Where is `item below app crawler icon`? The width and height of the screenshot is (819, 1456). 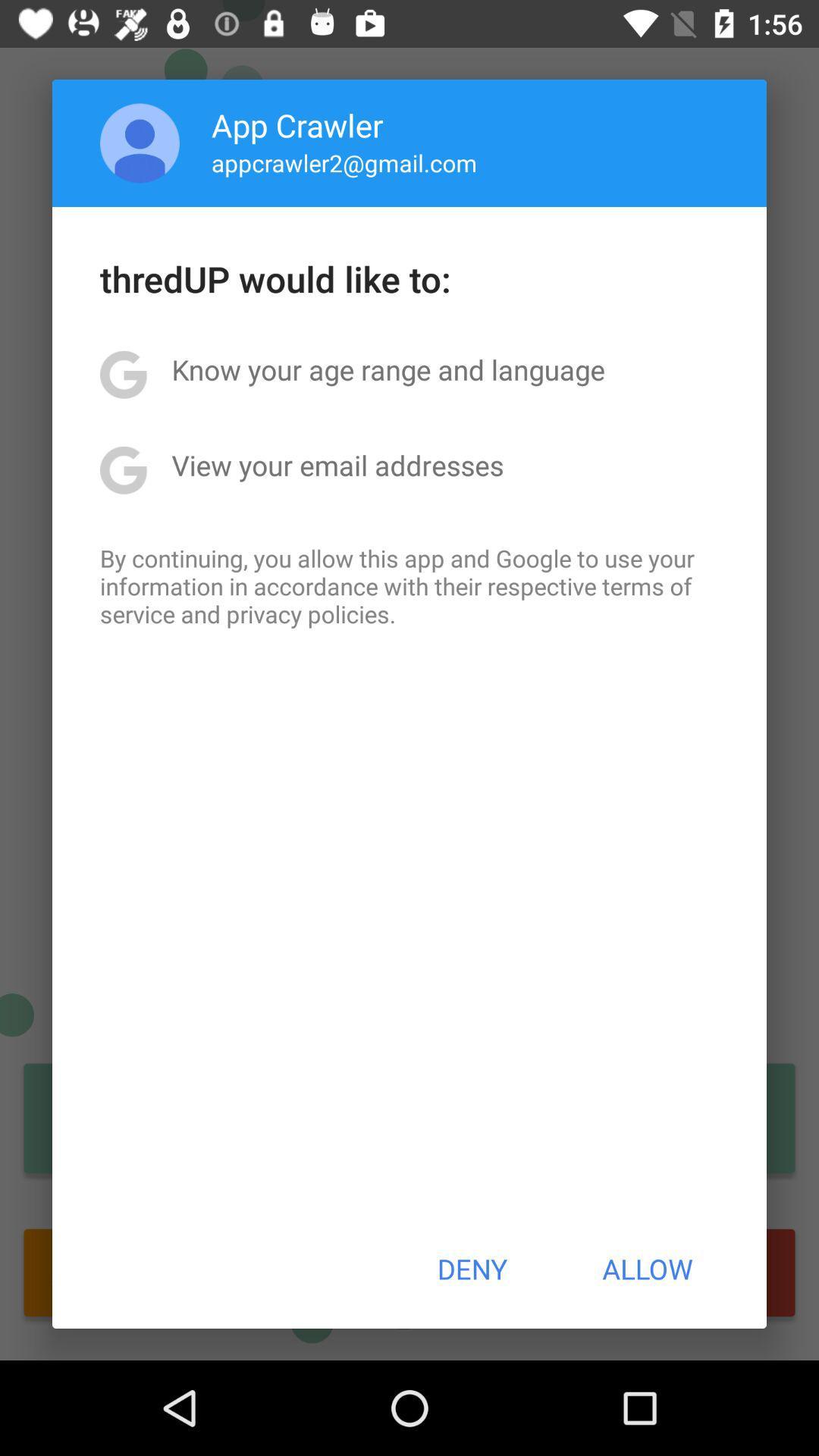 item below app crawler icon is located at coordinates (344, 162).